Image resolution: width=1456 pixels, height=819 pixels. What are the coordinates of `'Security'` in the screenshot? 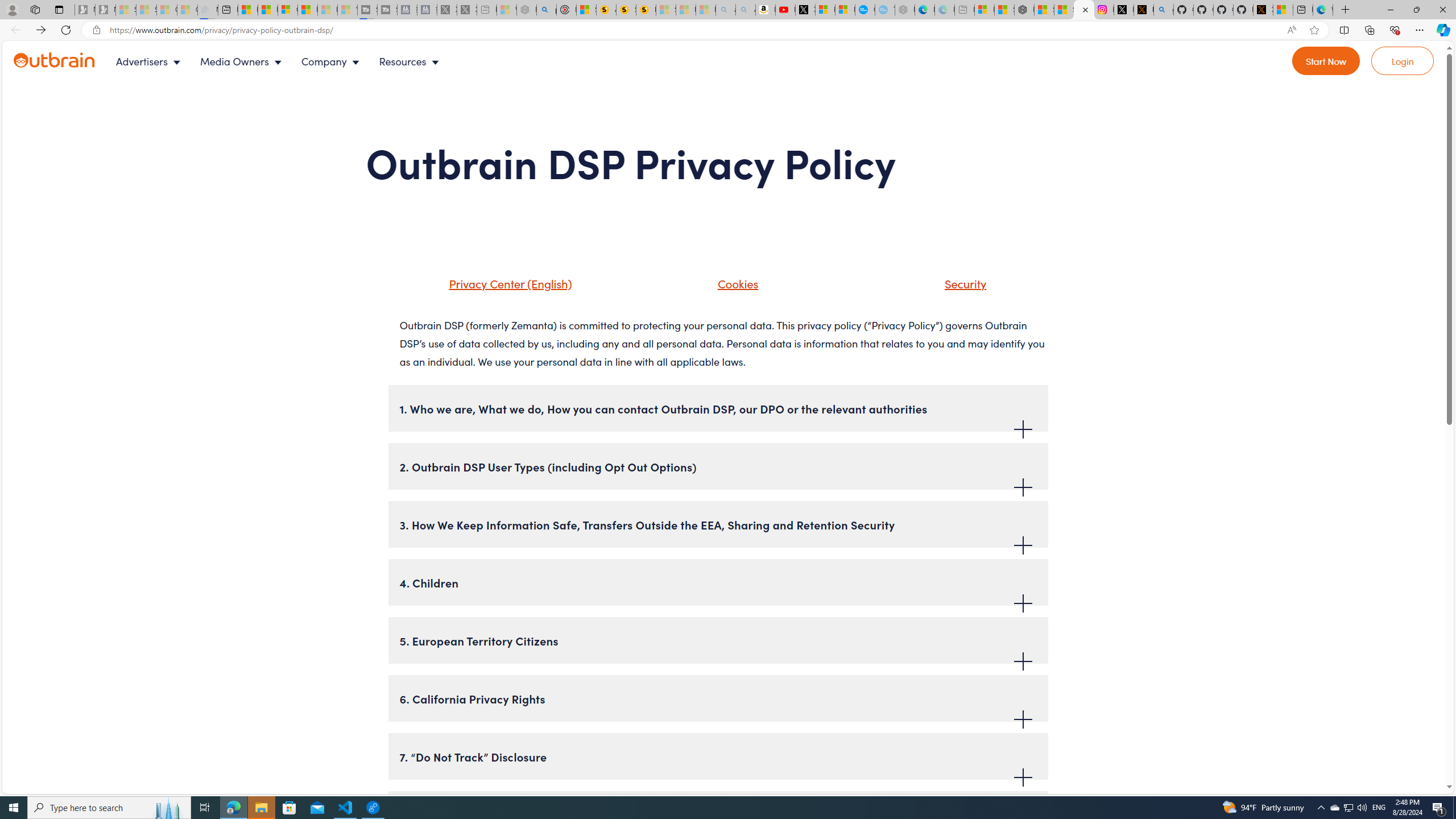 It's located at (950, 287).